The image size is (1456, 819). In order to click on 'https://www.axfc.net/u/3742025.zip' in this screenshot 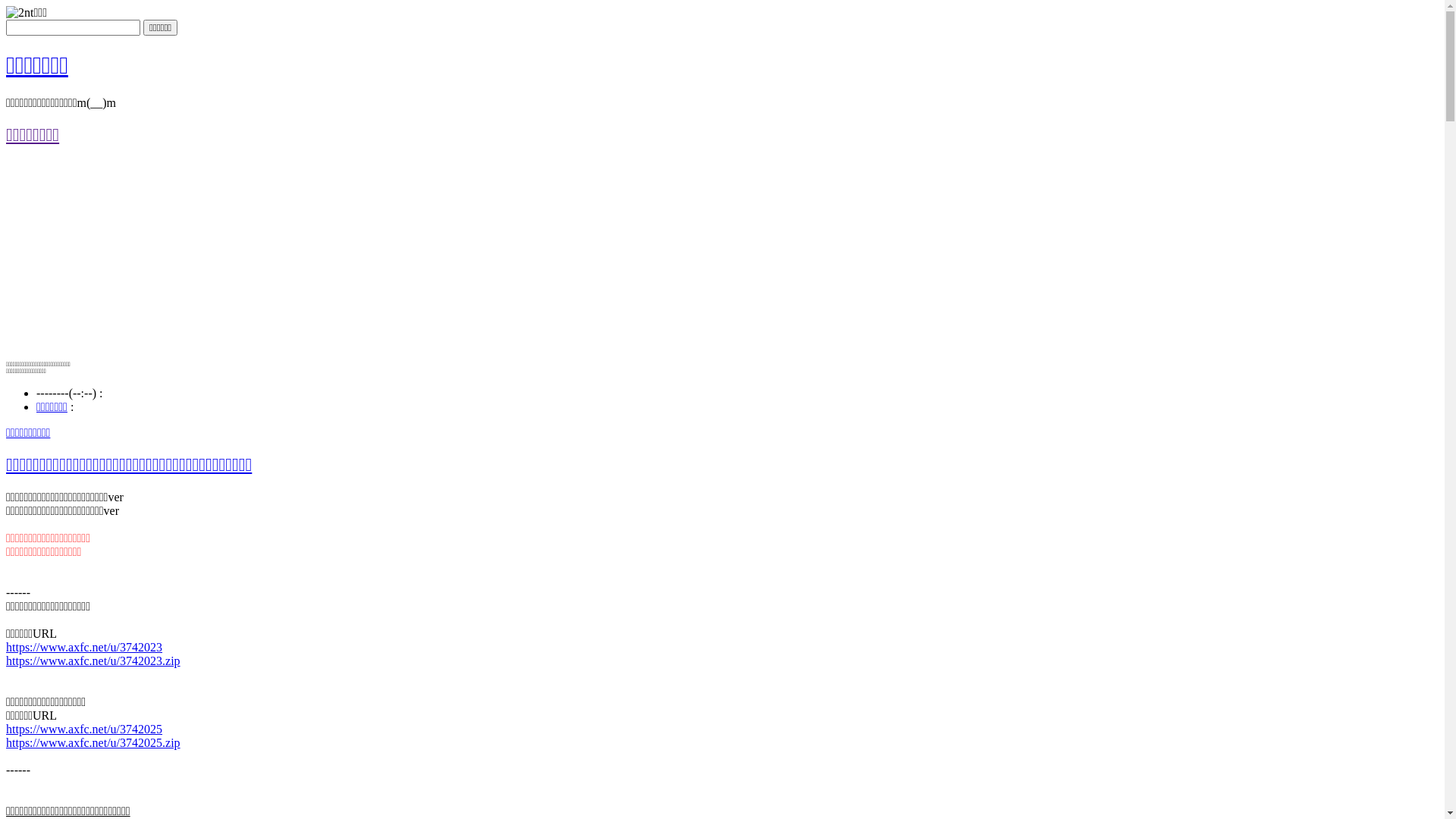, I will do `click(93, 741)`.